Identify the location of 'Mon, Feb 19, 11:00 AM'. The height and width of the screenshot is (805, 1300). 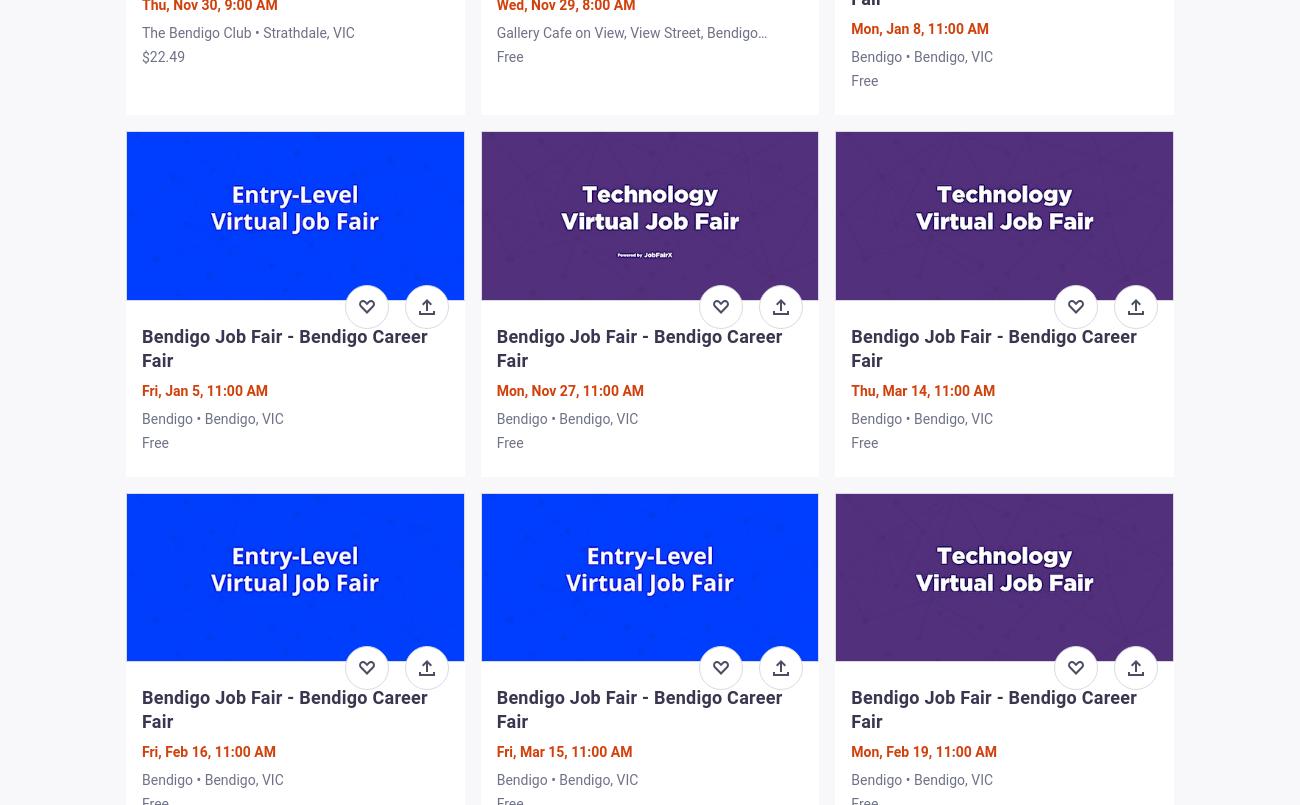
(923, 749).